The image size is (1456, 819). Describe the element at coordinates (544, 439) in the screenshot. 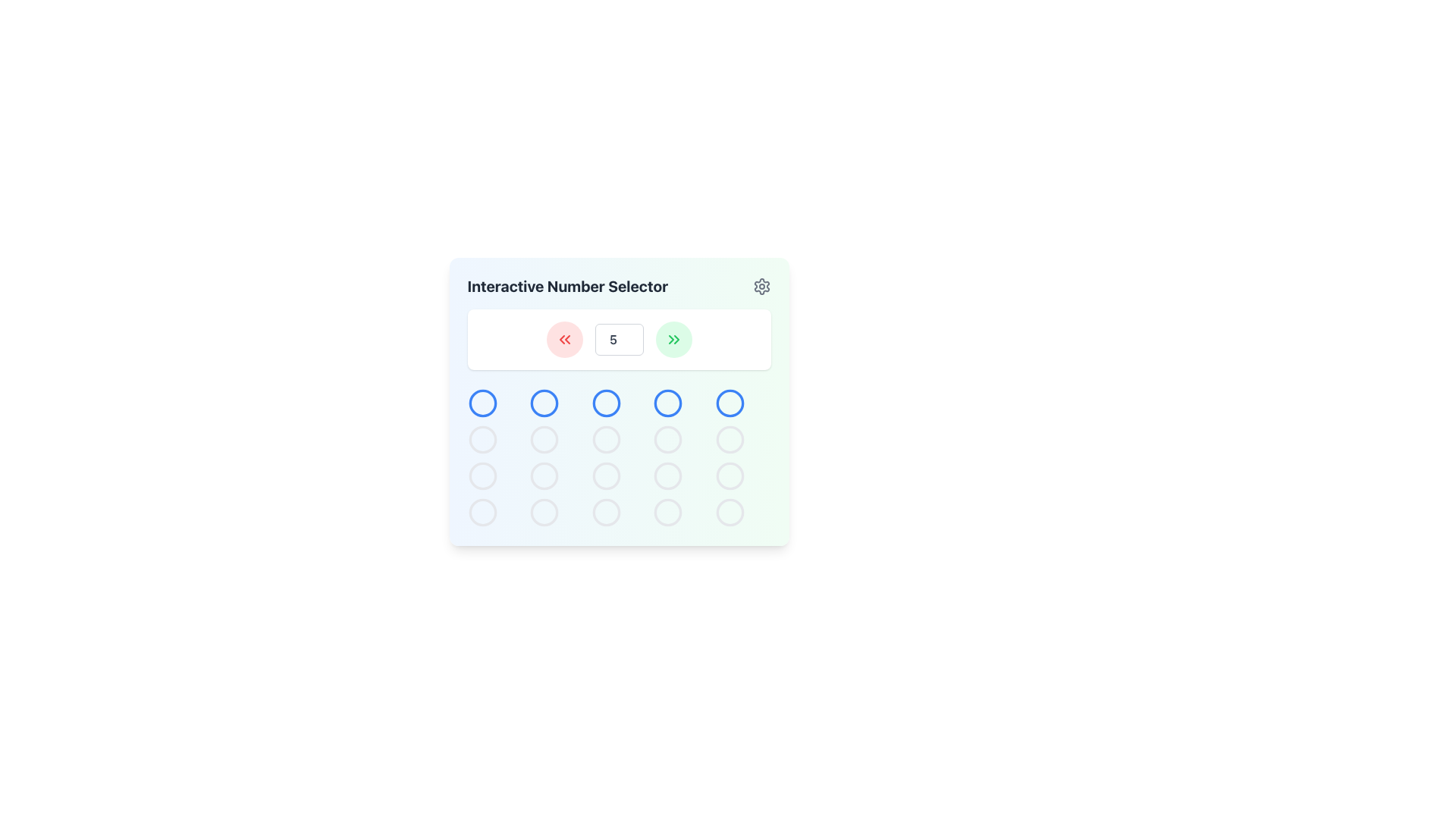

I see `the selectable indicator circle located in the second column and second row of the grid beneath the 'Interactive Number Selector' title` at that location.